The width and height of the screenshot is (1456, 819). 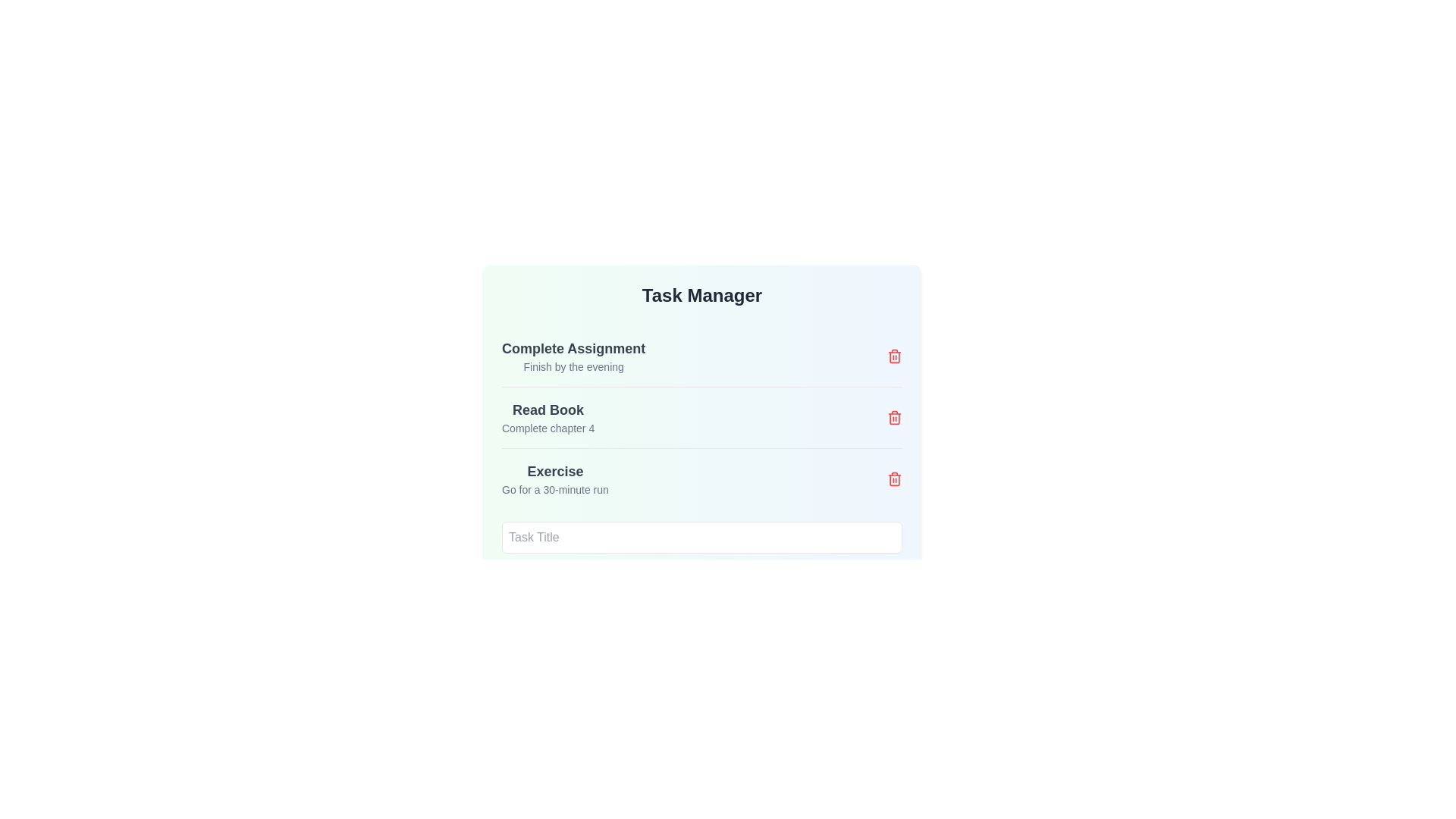 What do you see at coordinates (554, 489) in the screenshot?
I see `text label that displays 'Go for a 30-minute run', which is positioned directly below the 'Exercise' heading and is styled with a smaller gray font` at bounding box center [554, 489].